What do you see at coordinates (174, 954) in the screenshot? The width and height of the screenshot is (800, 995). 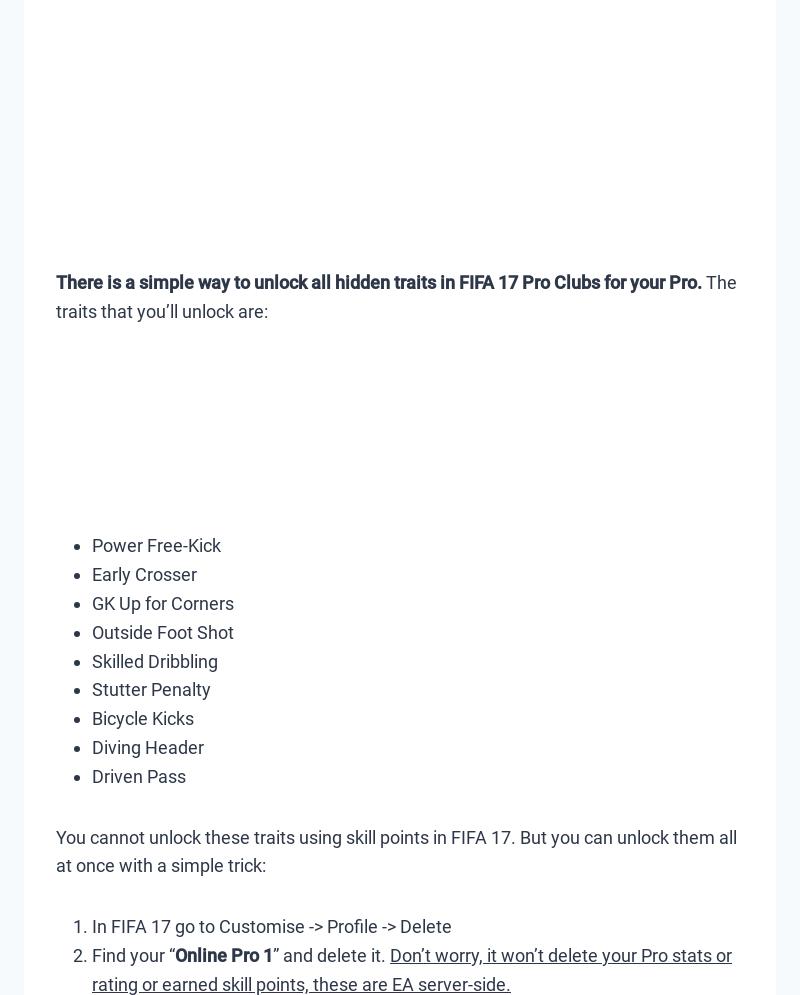 I see `'Online Pro 1'` at bounding box center [174, 954].